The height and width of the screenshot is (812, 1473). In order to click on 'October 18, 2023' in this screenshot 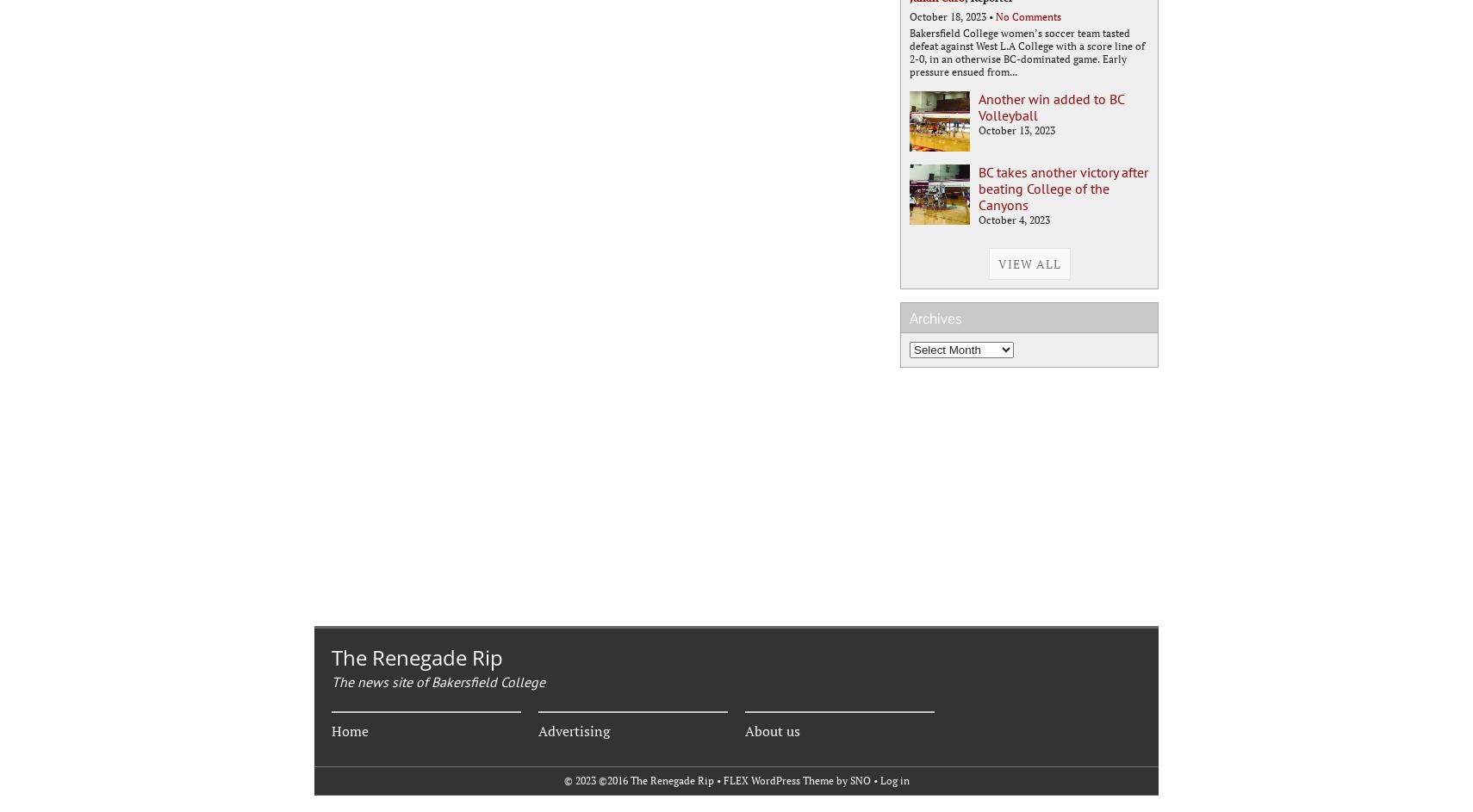, I will do `click(947, 15)`.